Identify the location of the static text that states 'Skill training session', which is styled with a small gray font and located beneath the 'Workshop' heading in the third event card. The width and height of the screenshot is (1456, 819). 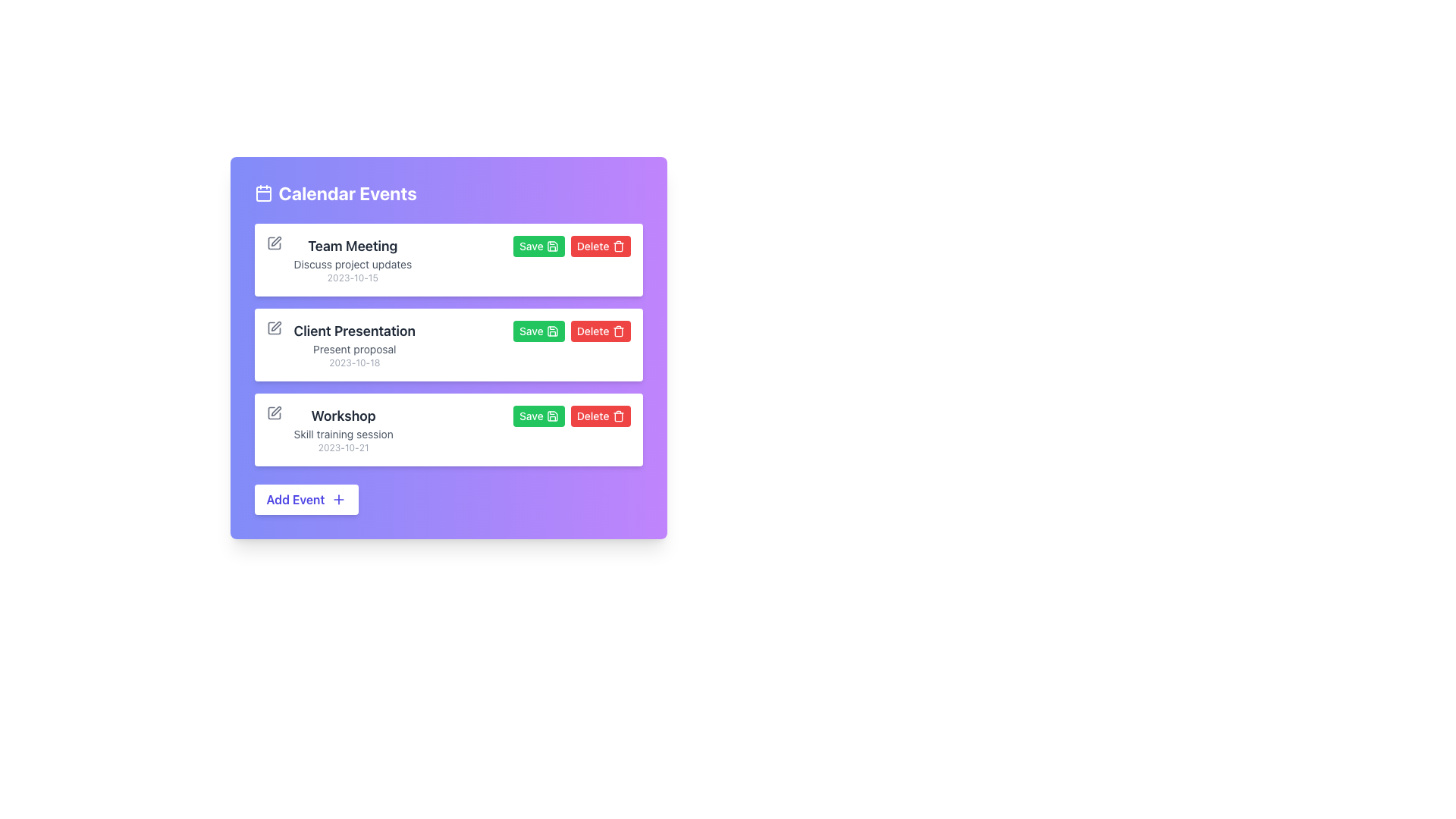
(343, 435).